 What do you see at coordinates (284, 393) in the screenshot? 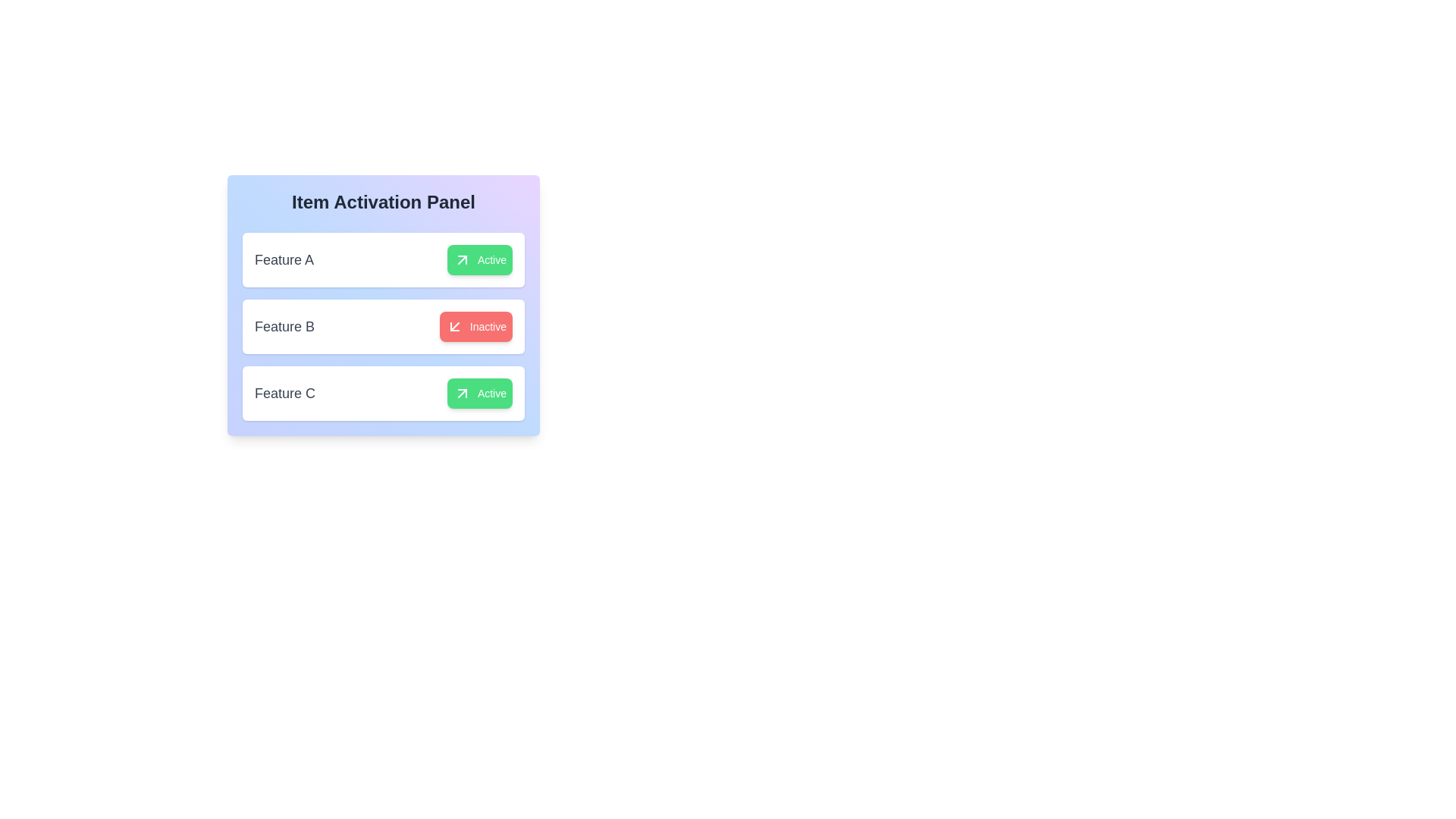
I see `the text of the feature name Feature C` at bounding box center [284, 393].